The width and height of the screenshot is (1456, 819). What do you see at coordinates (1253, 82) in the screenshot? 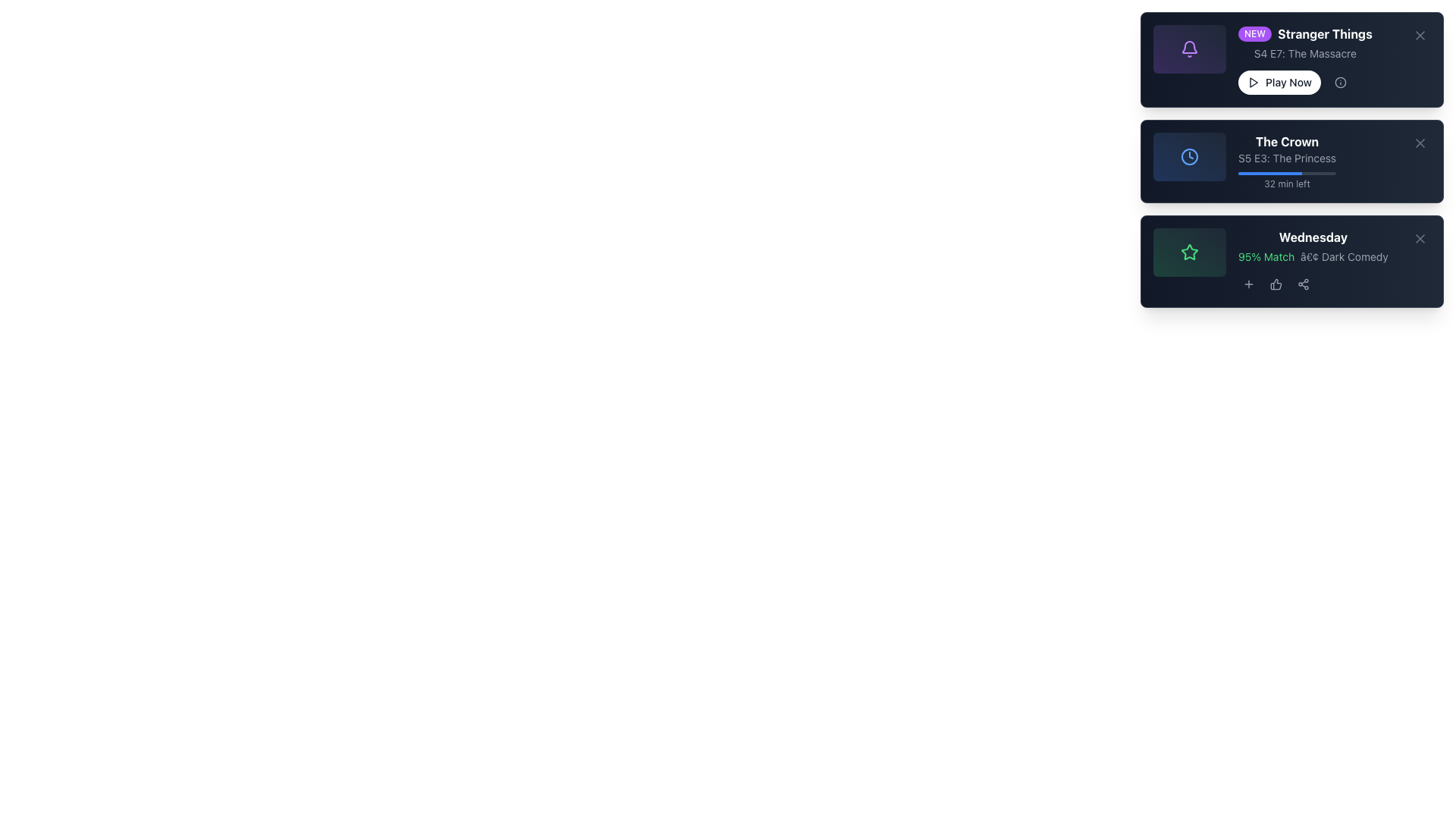
I see `the play button icon, which is a hollow triangular play symbol outlined in dark color, located inside the 'Play Now' button at the top right corner of the top card` at bounding box center [1253, 82].